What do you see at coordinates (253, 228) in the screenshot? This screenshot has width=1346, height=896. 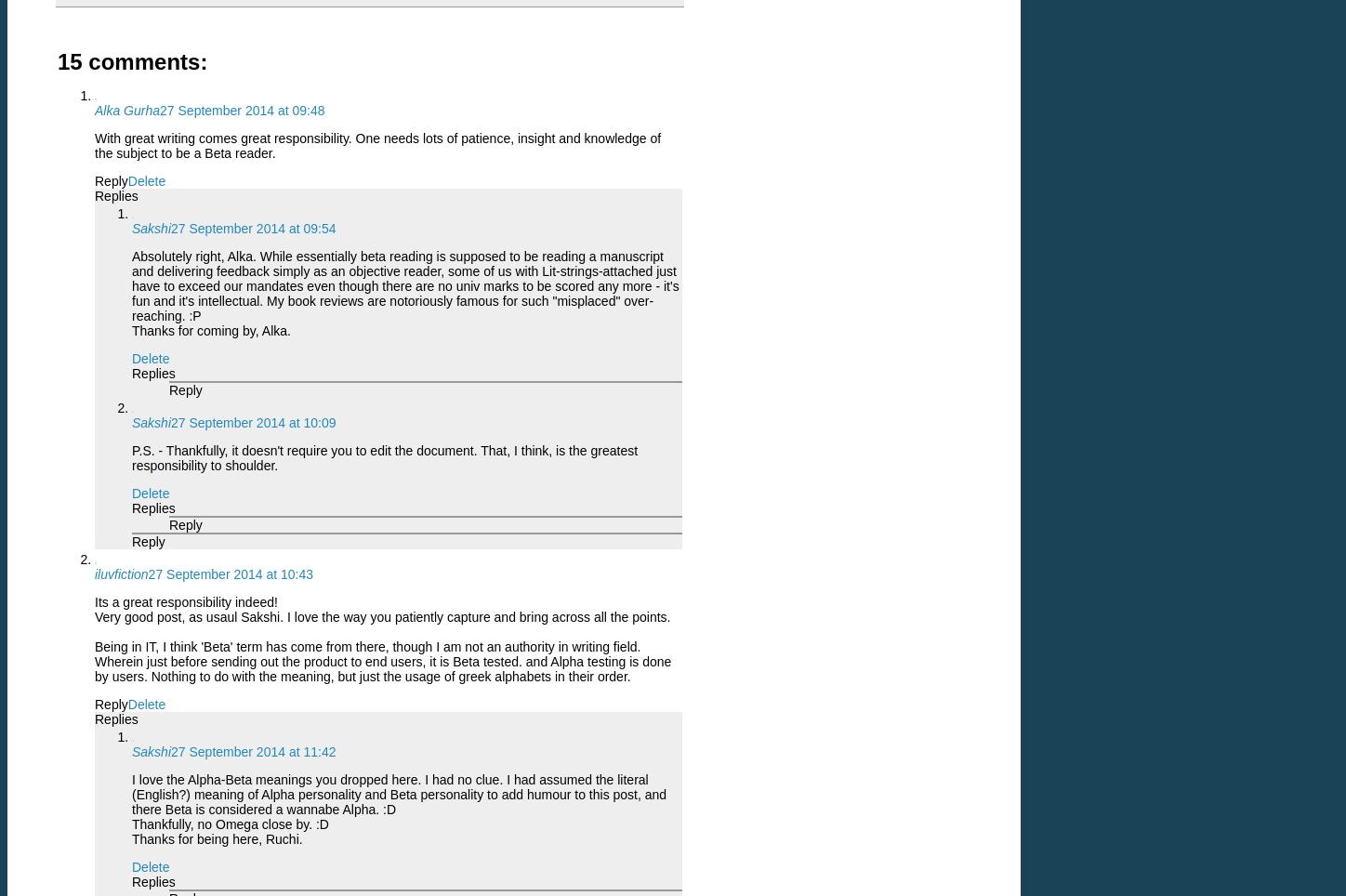 I see `'27 September 2014 at 09:54'` at bounding box center [253, 228].